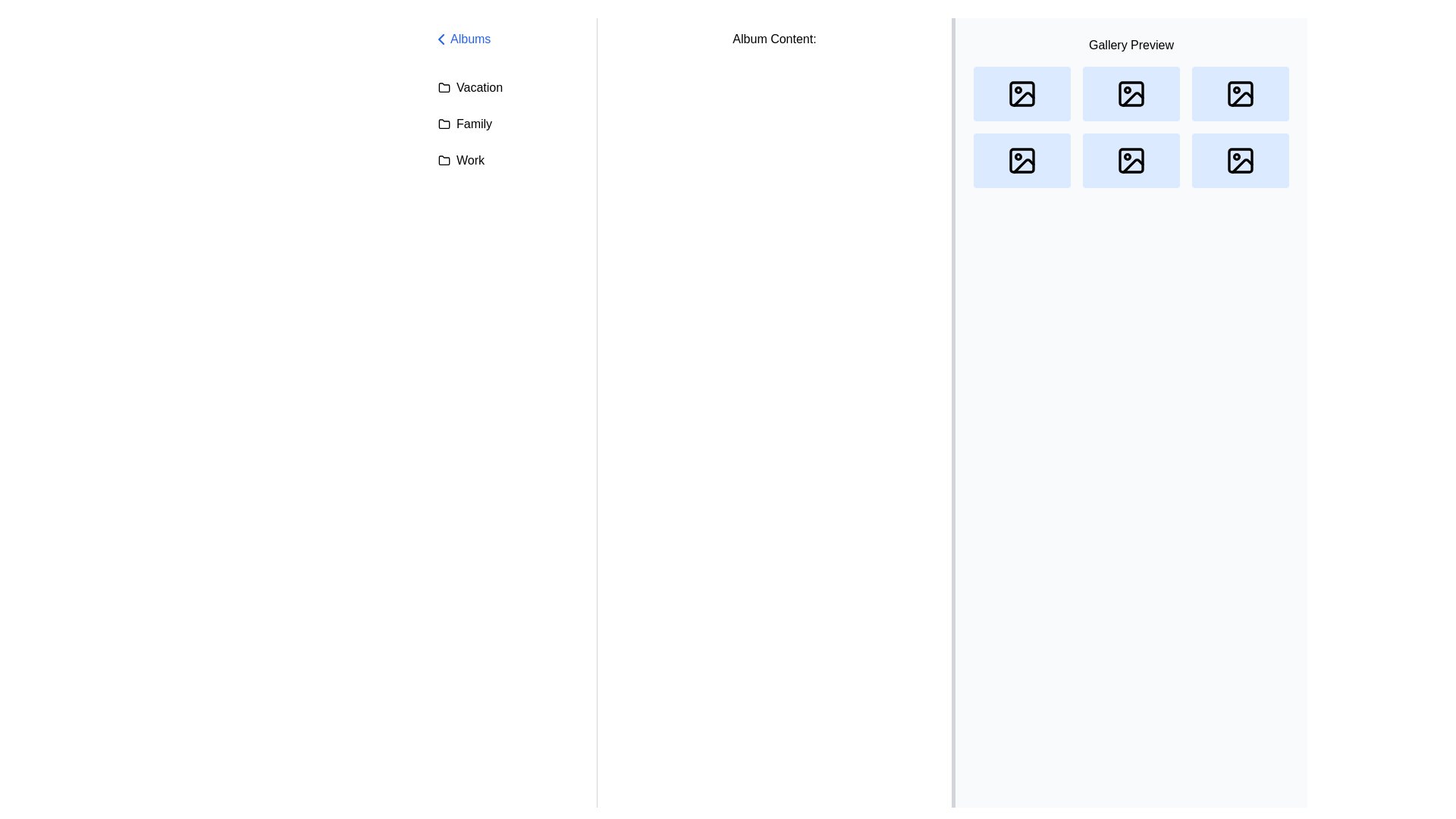  I want to click on the icon placeholder with a light blue background and rounded corners, which contains a stylized image symbol, so click(1241, 93).